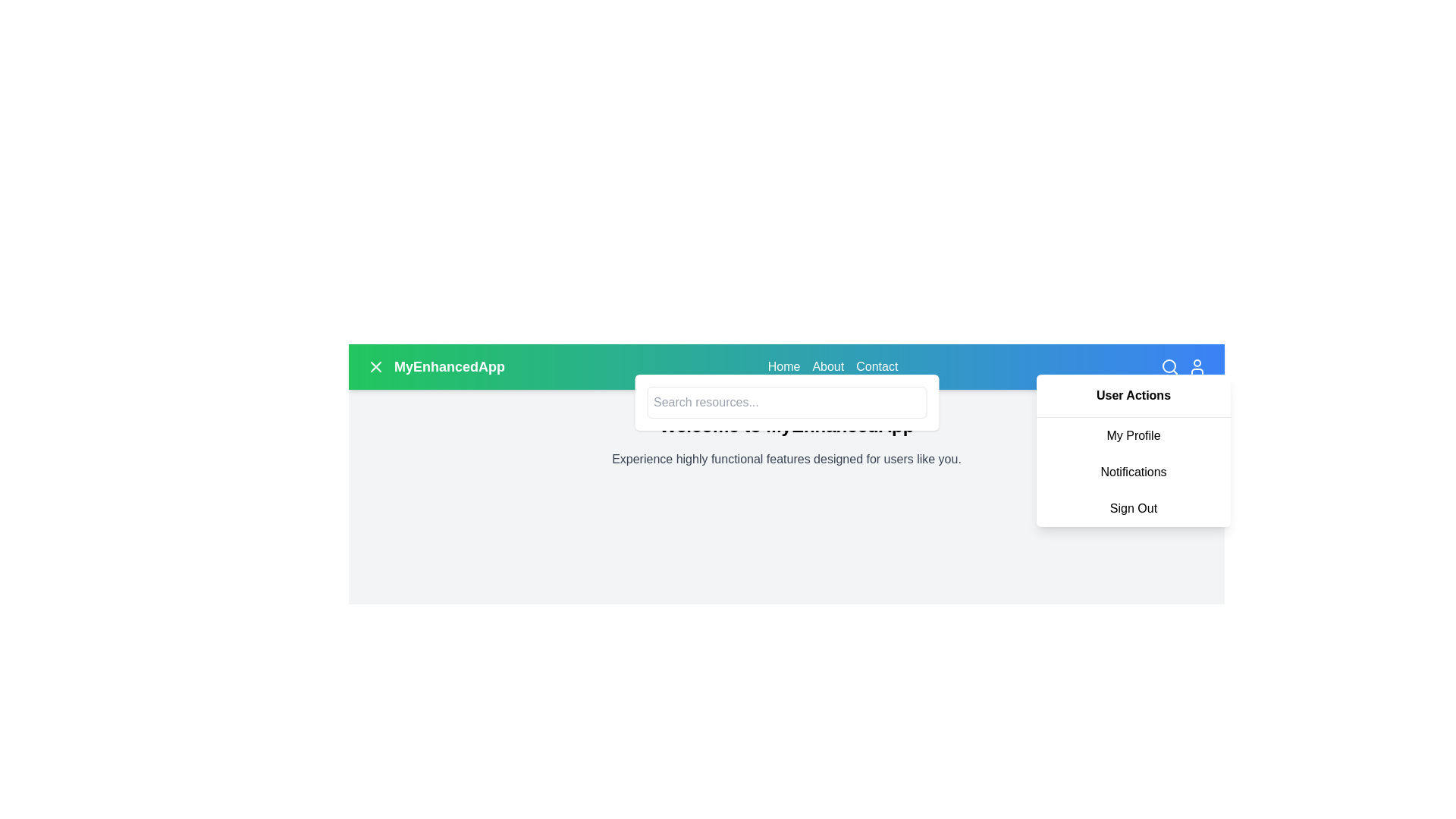  I want to click on the second item in the drop-down menu under 'User Actions', which likely redirects to the notification center, to change its background color, so click(1133, 472).